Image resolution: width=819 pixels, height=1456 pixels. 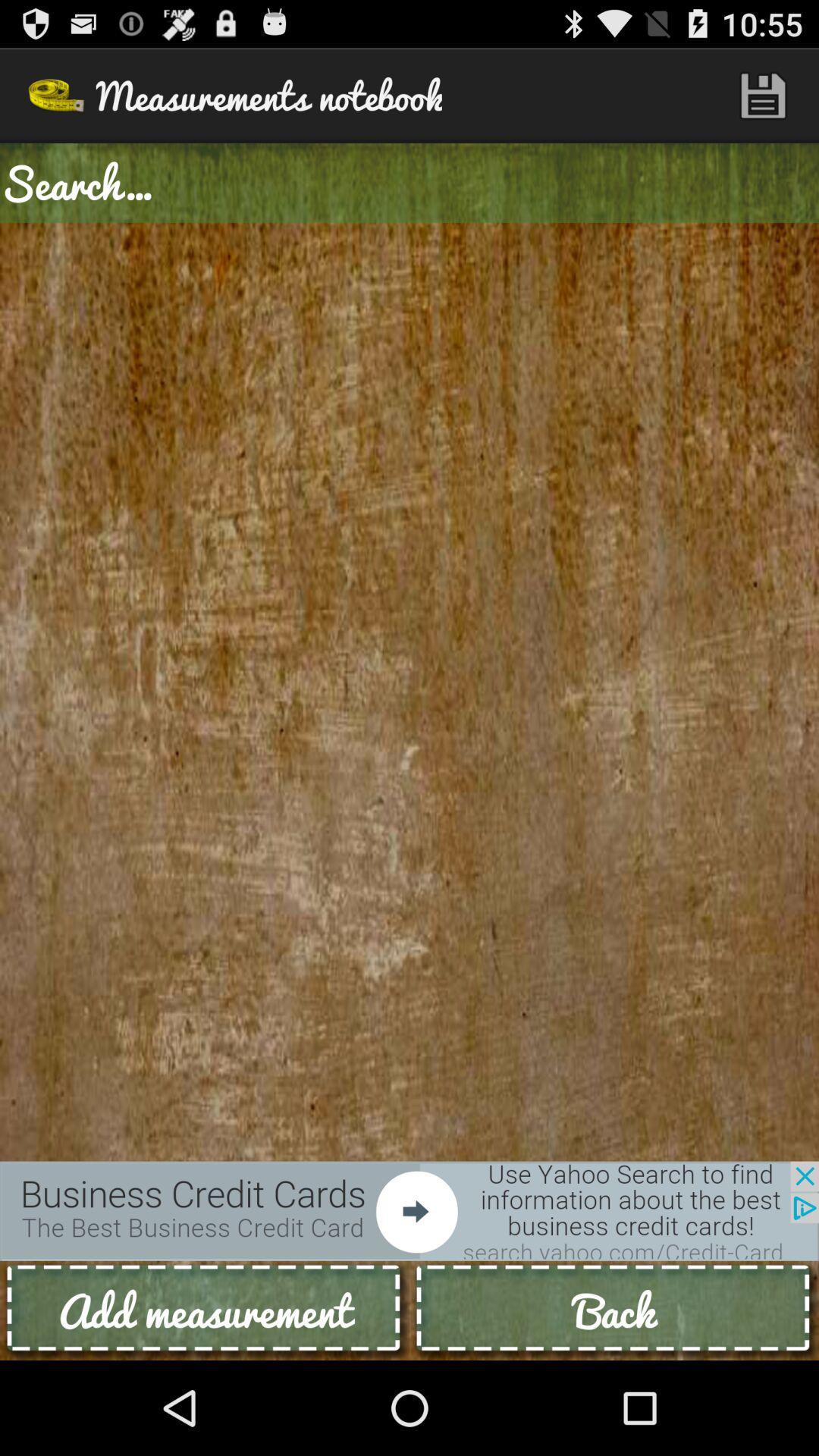 I want to click on search, so click(x=409, y=182).